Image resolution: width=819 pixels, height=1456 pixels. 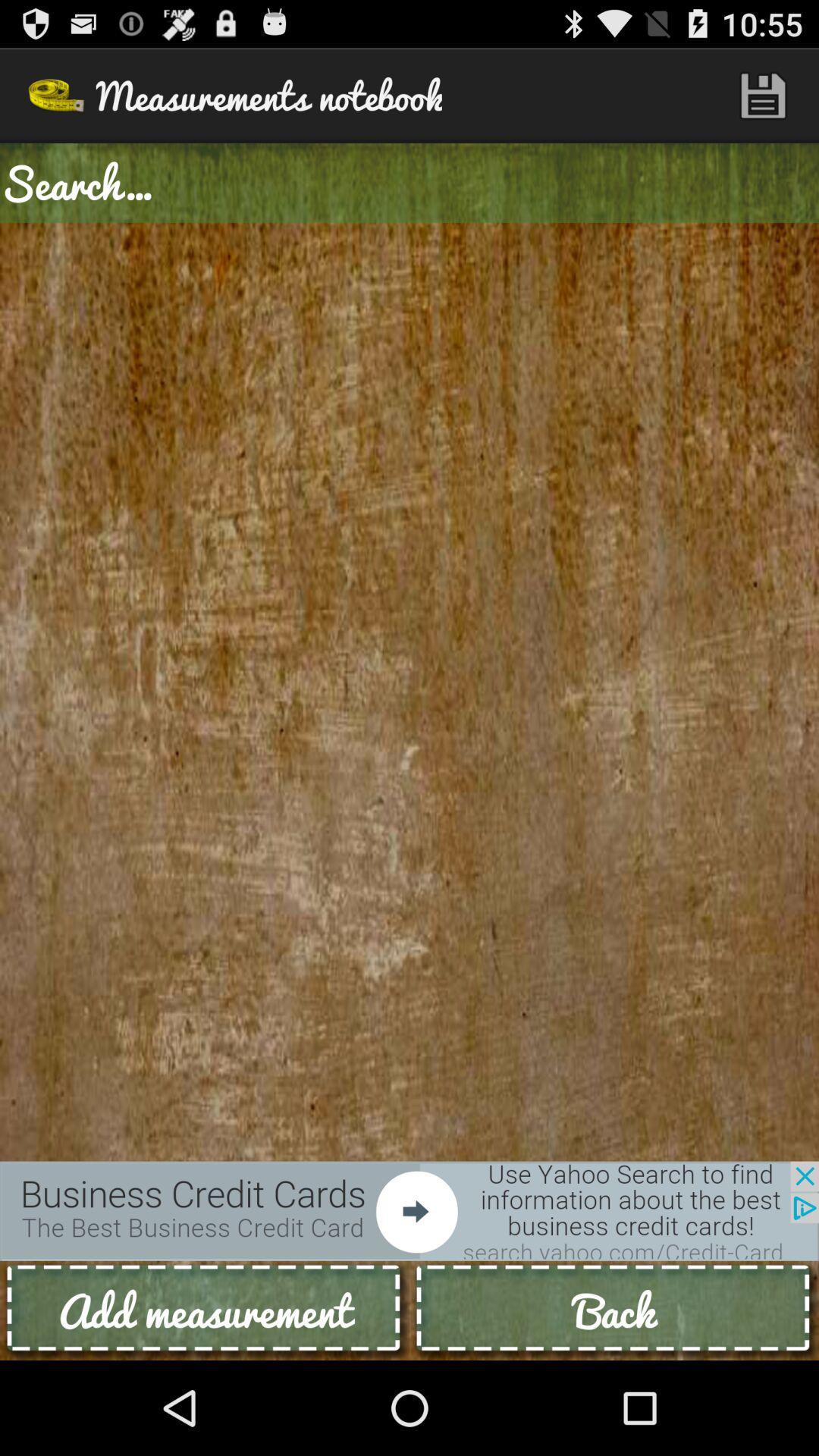 I want to click on search, so click(x=409, y=182).